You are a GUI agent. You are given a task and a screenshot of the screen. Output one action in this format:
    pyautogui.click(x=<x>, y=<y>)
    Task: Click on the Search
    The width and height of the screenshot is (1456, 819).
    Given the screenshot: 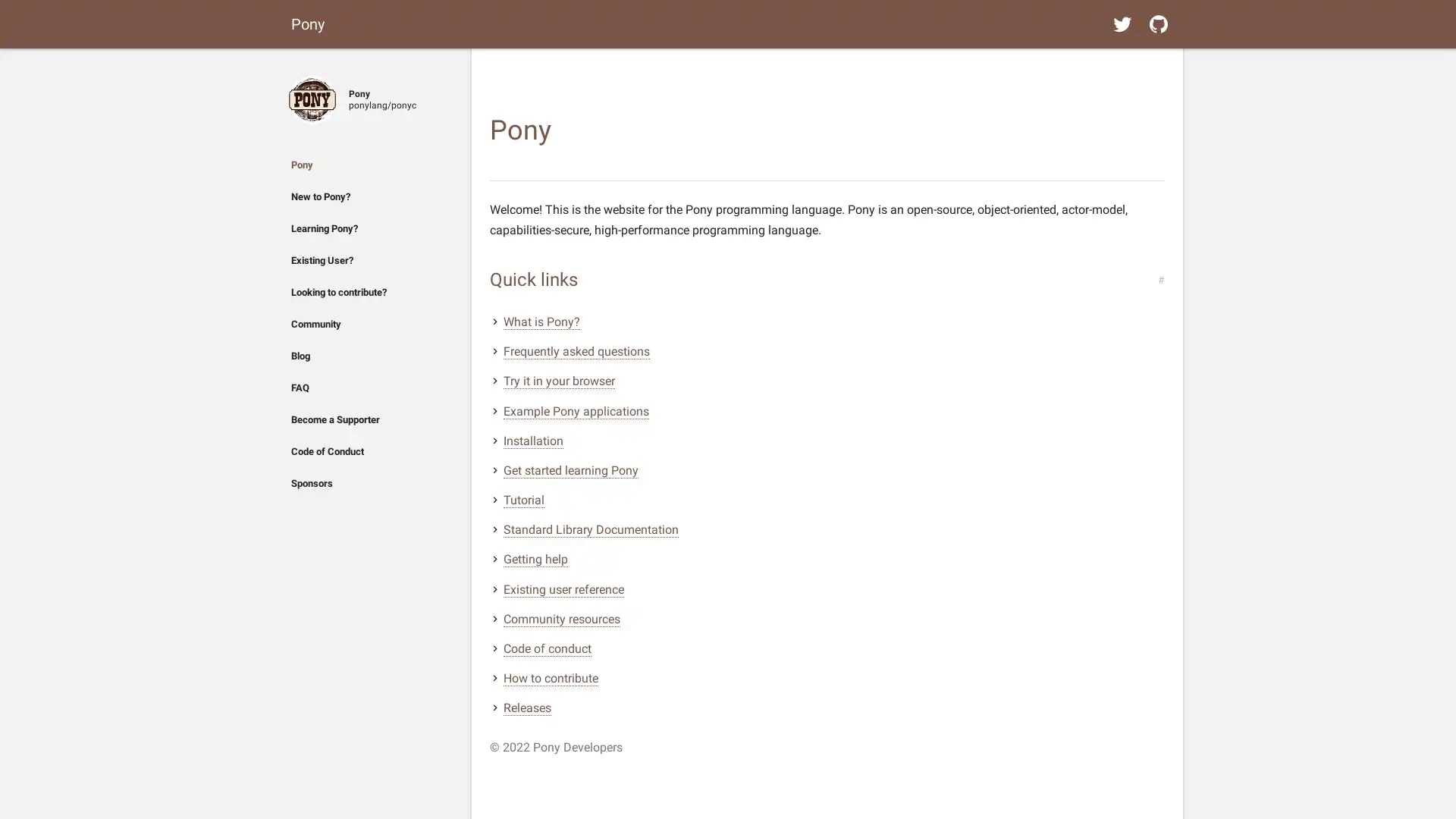 What is the action you would take?
    pyautogui.click(x=1157, y=66)
    